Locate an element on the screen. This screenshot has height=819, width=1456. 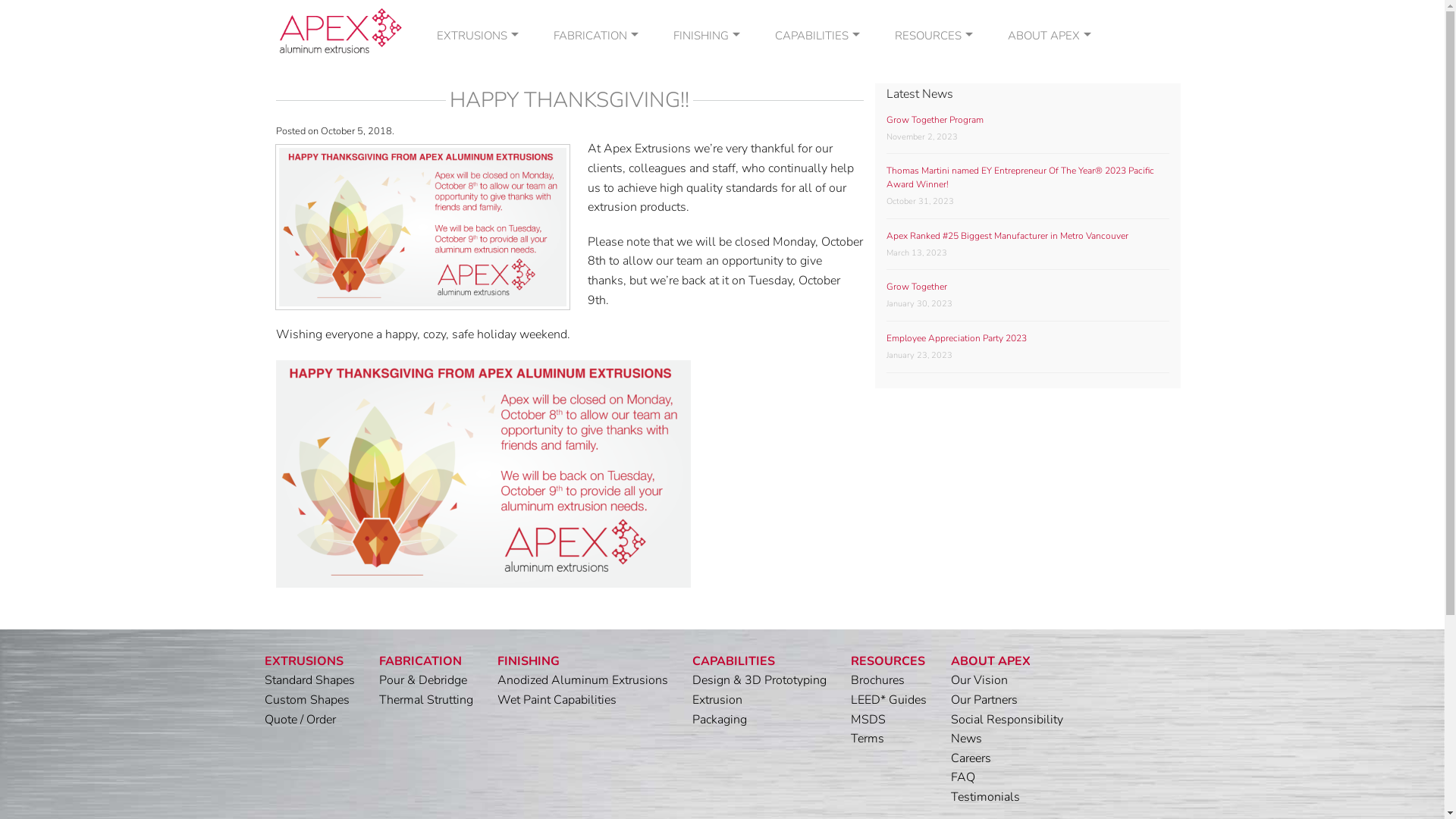
'Thermal Strutting' is located at coordinates (425, 699).